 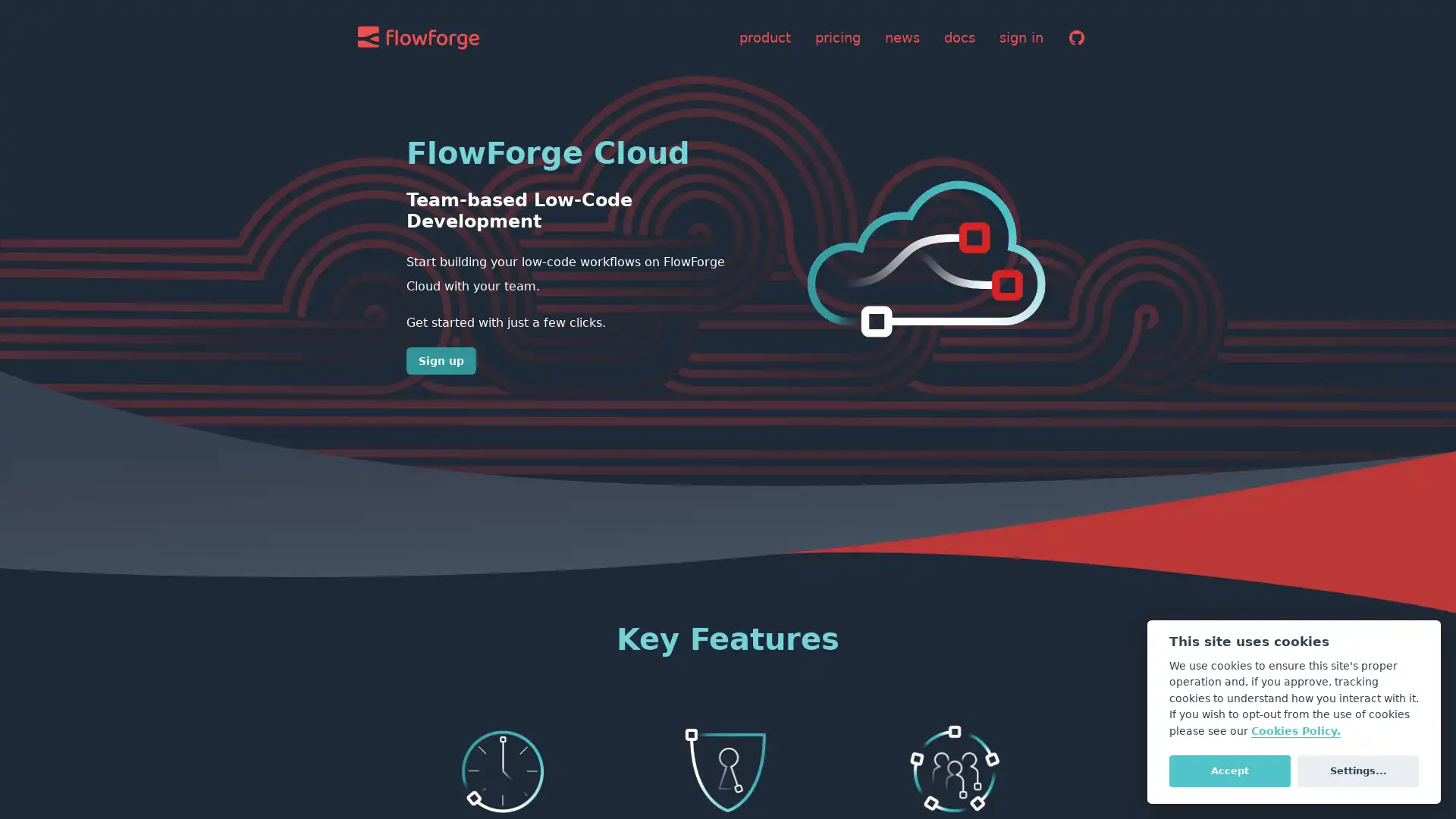 I want to click on Settings..., so click(x=1357, y=770).